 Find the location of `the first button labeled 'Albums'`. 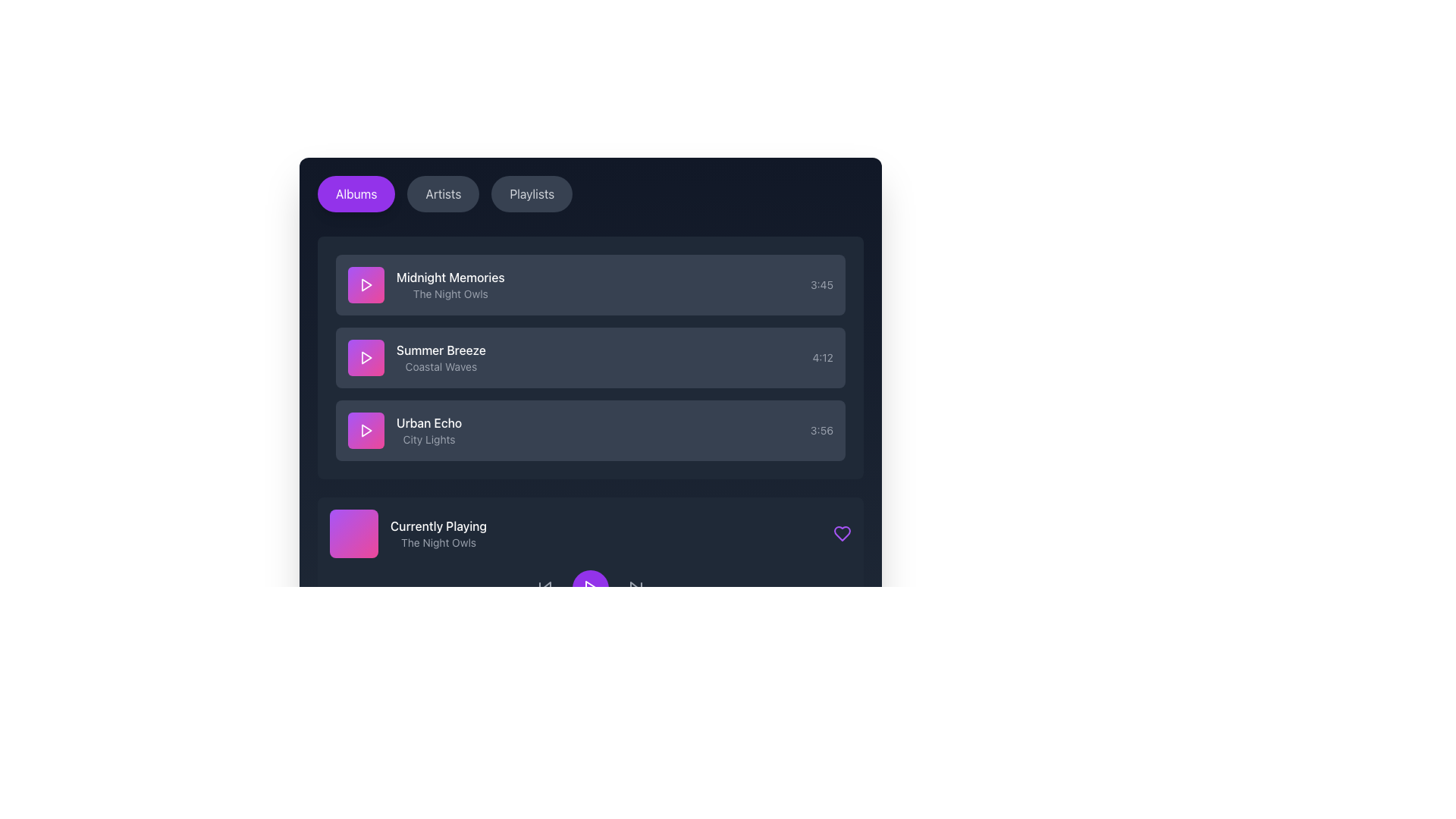

the first button labeled 'Albums' is located at coordinates (356, 193).